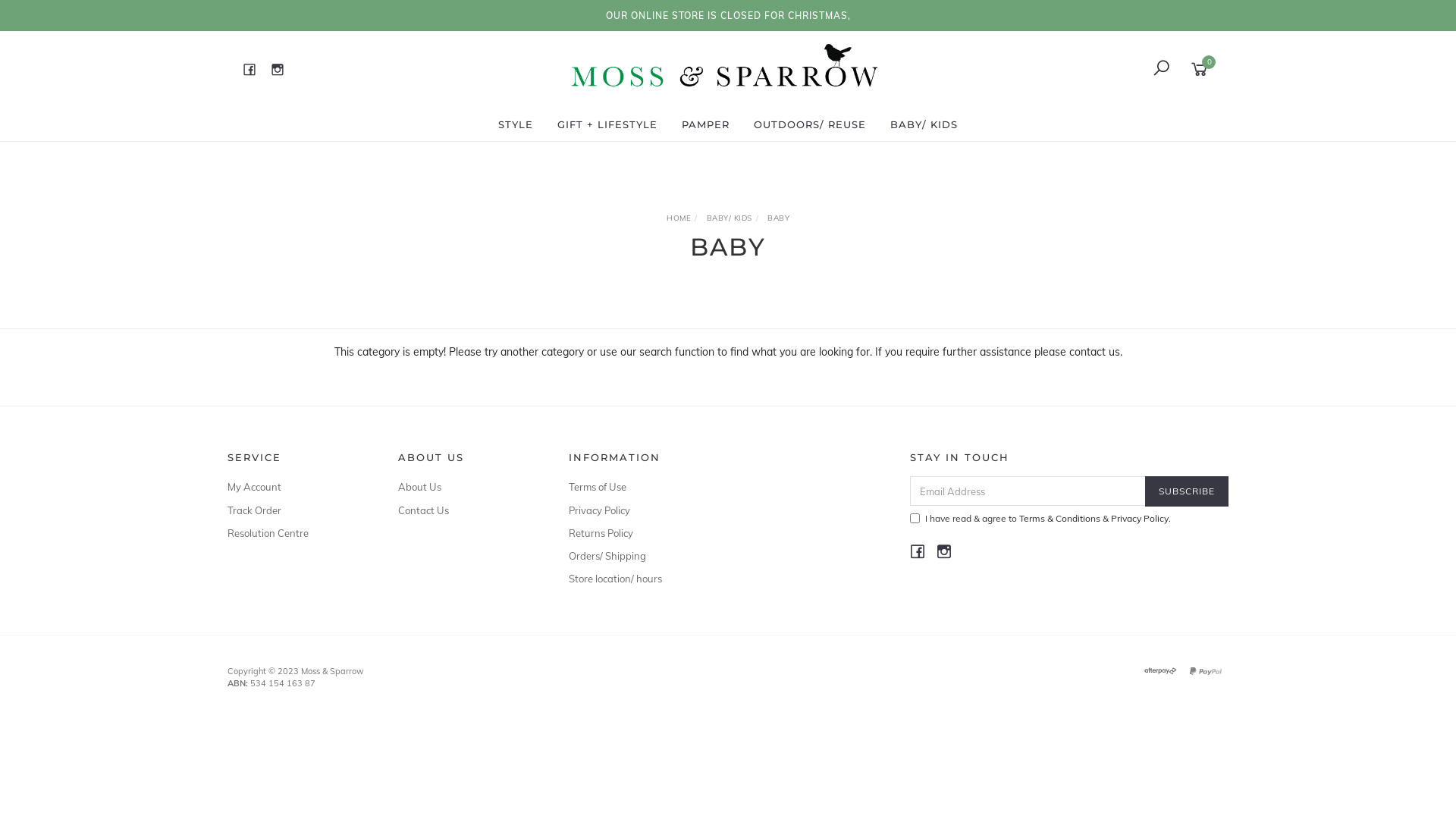  I want to click on 'OUR ONLINE STORE IS CLOSED FOR CHRISTMAS,', so click(726, 15).